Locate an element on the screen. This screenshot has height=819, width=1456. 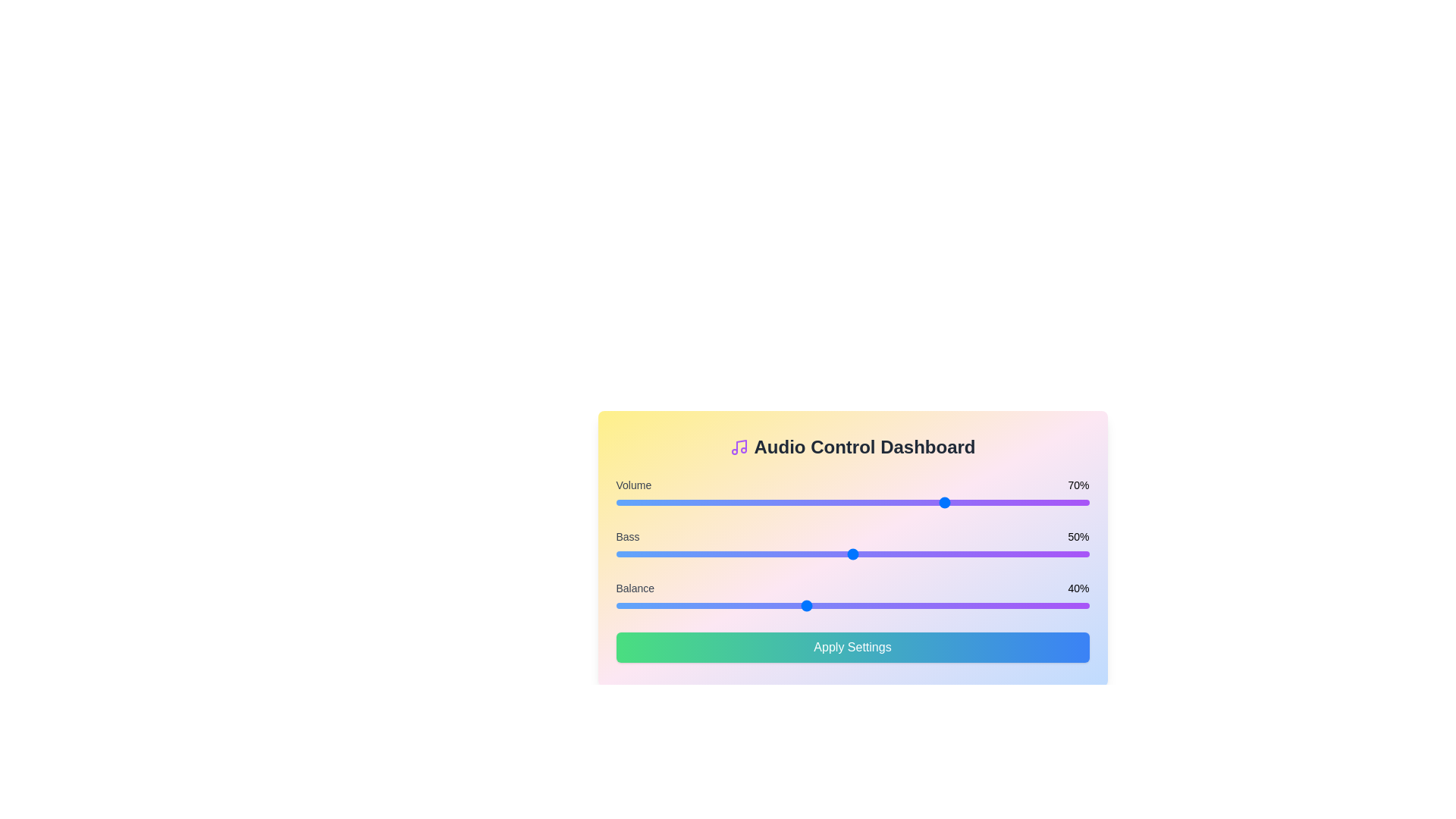
balance is located at coordinates (1031, 604).